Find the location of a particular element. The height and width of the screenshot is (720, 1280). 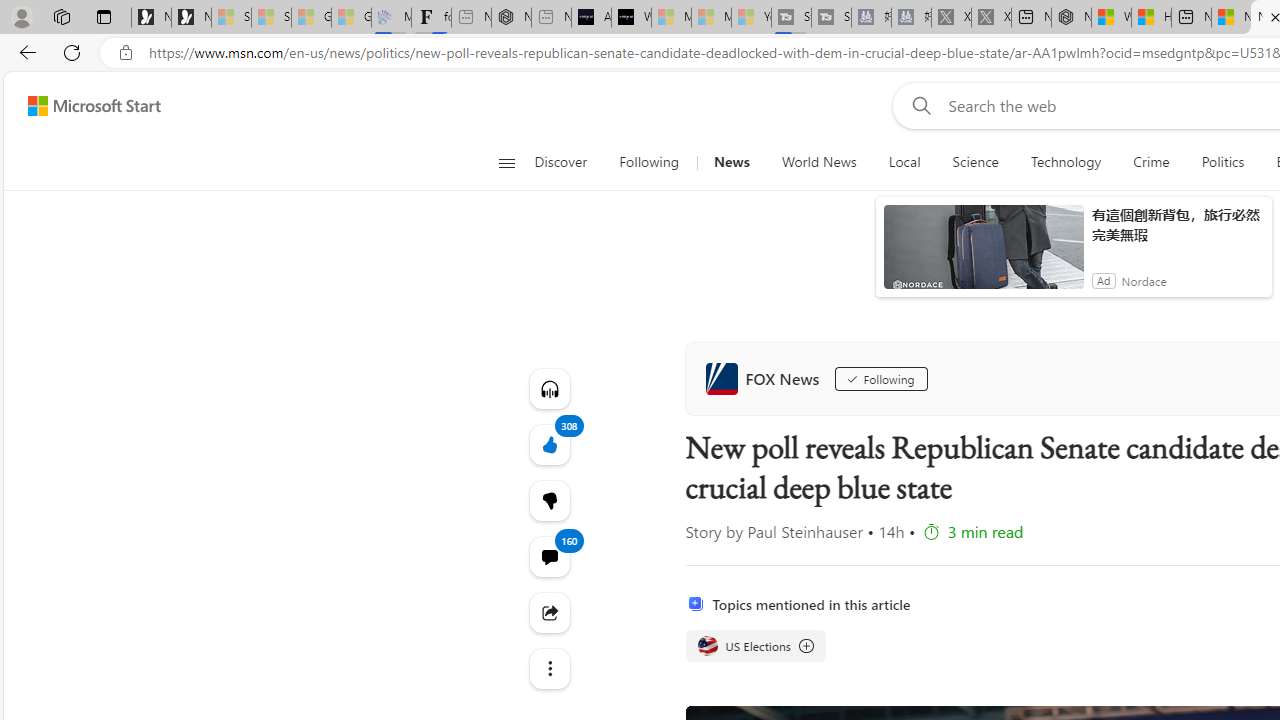

'More like this308Fewer like thisView comments' is located at coordinates (549, 499).